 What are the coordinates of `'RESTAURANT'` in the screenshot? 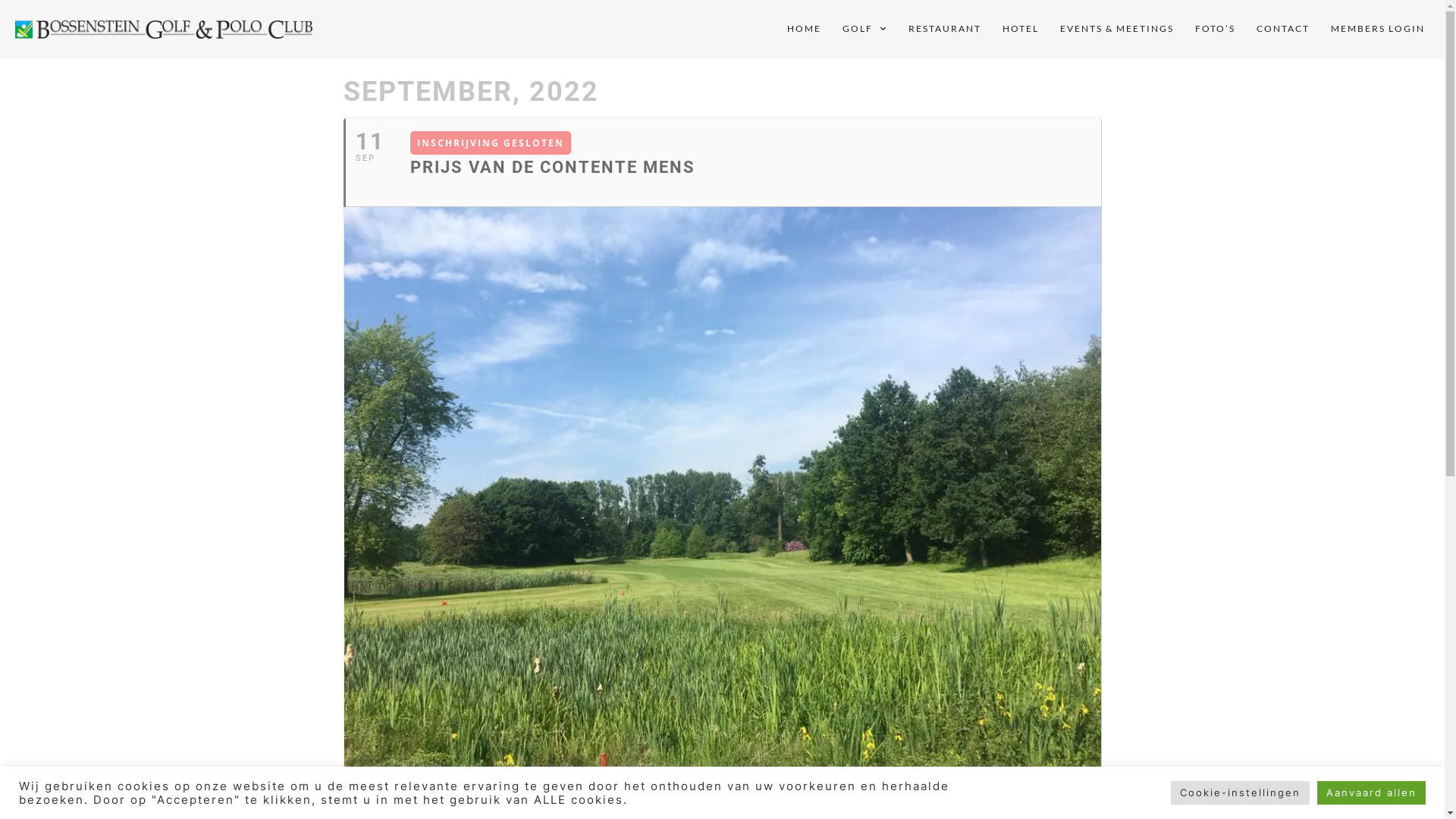 It's located at (944, 29).